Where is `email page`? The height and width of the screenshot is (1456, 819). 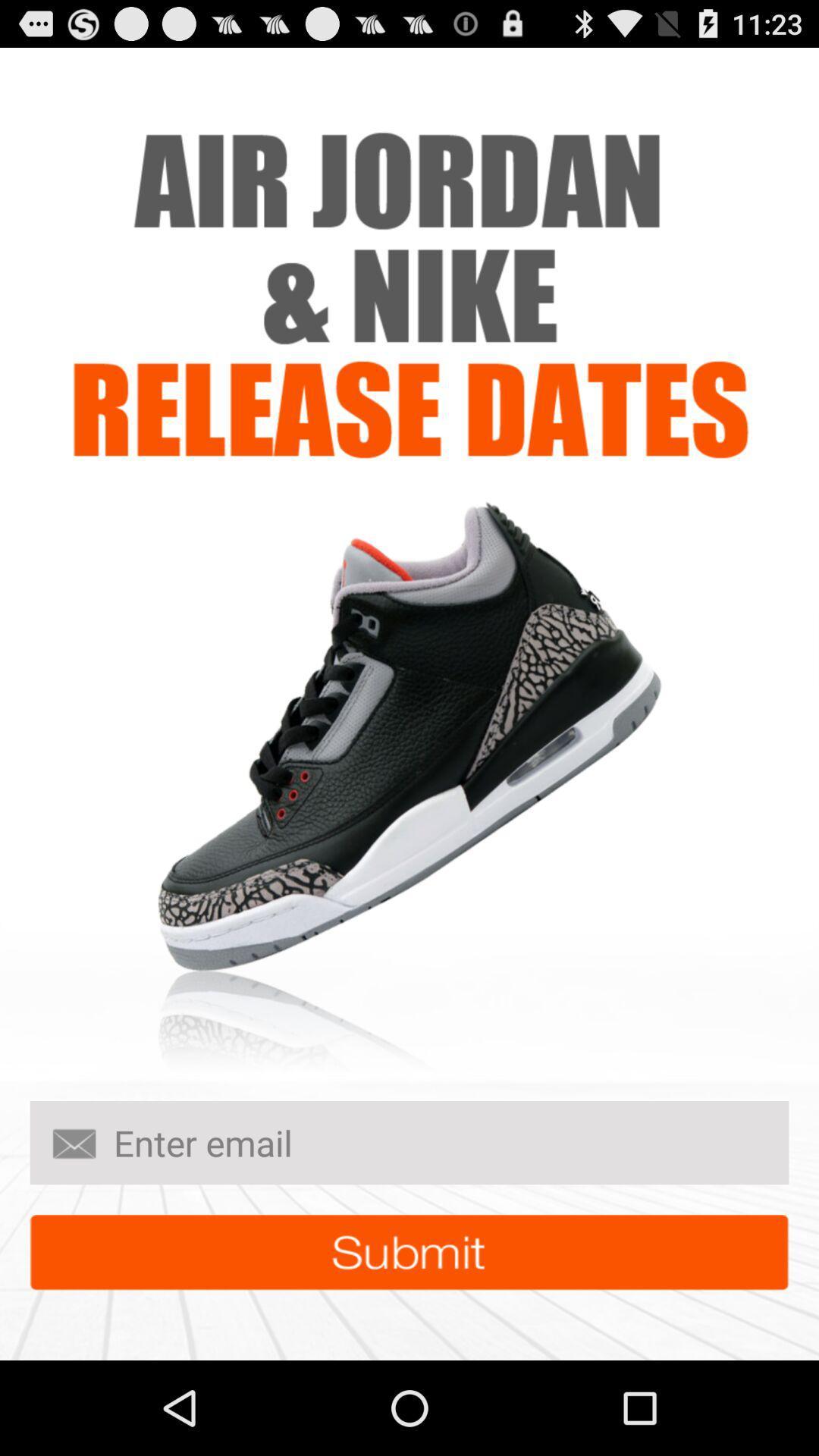
email page is located at coordinates (409, 1143).